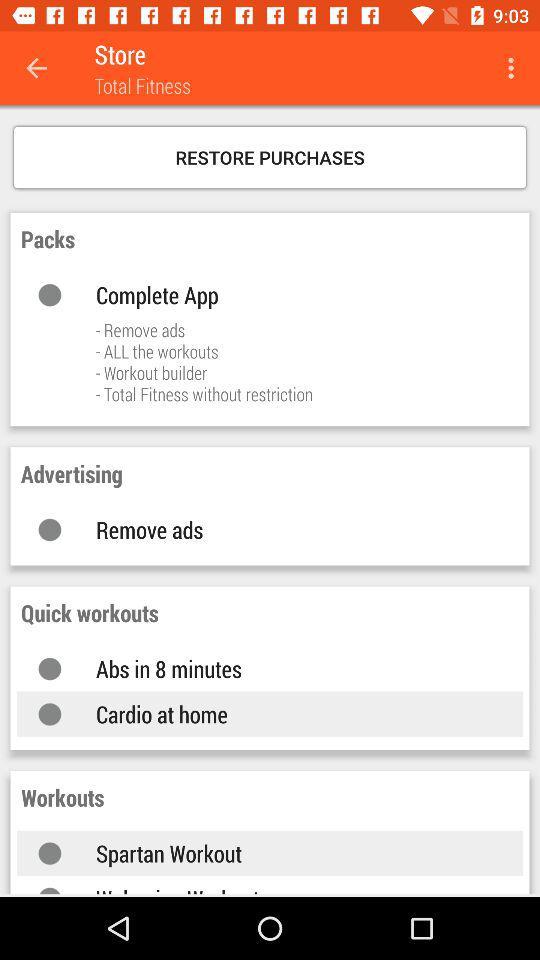  I want to click on icon to the left of store app, so click(36, 68).